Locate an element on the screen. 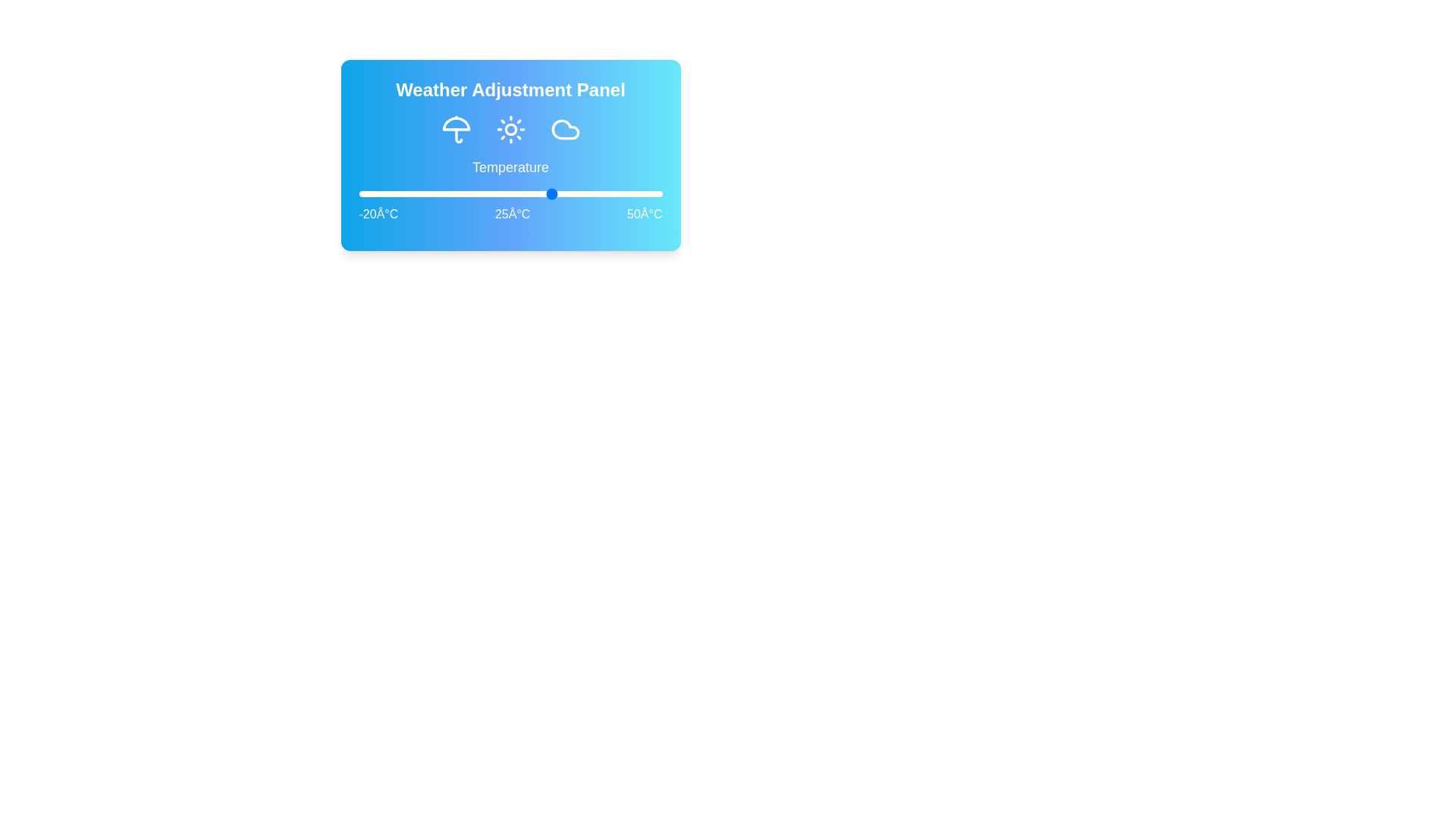 The image size is (1456, 819). the temperature slider to 2°C is located at coordinates (453, 193).